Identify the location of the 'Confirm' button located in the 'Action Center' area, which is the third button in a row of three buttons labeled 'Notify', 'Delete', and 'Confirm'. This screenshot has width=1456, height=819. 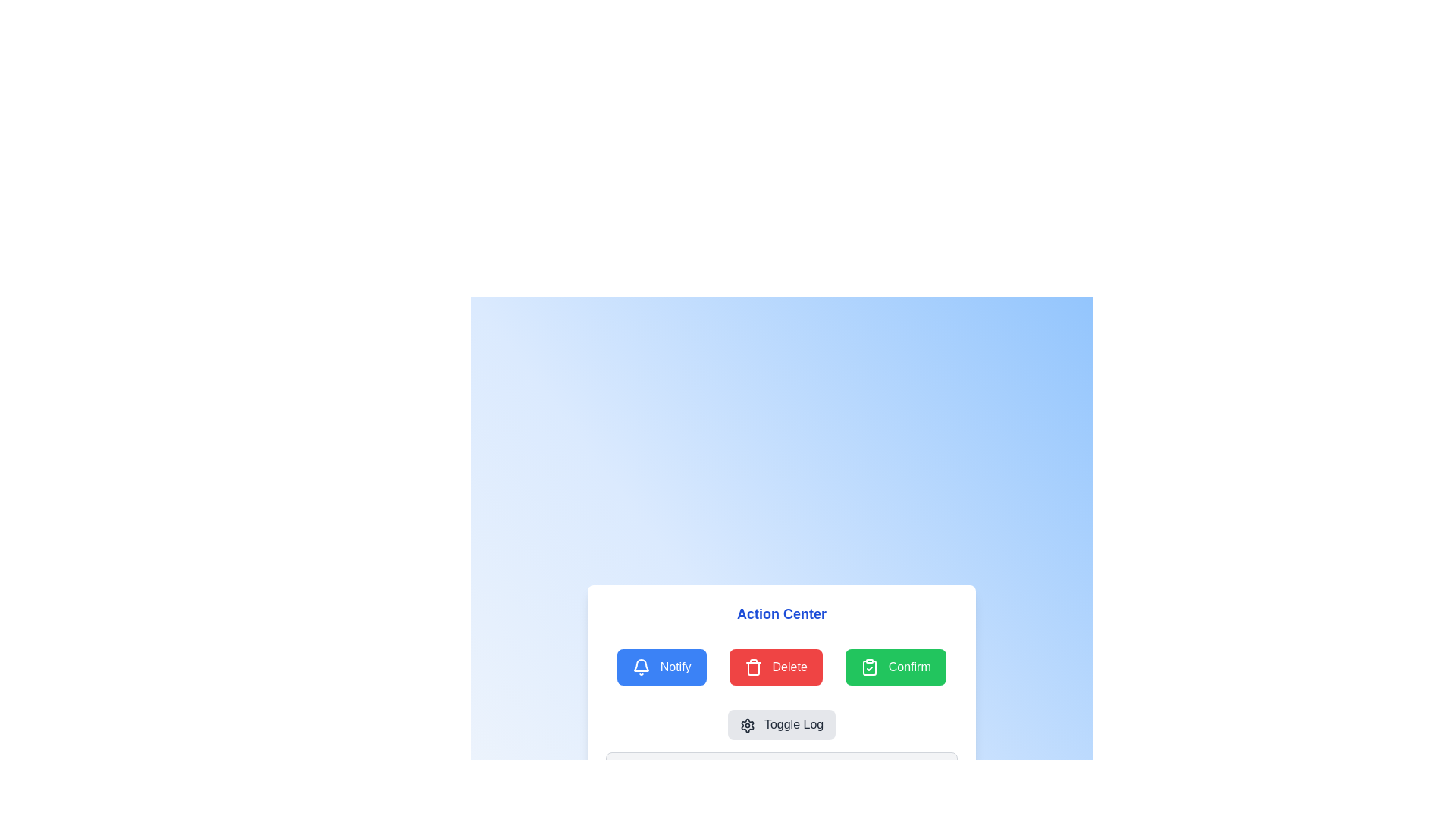
(896, 666).